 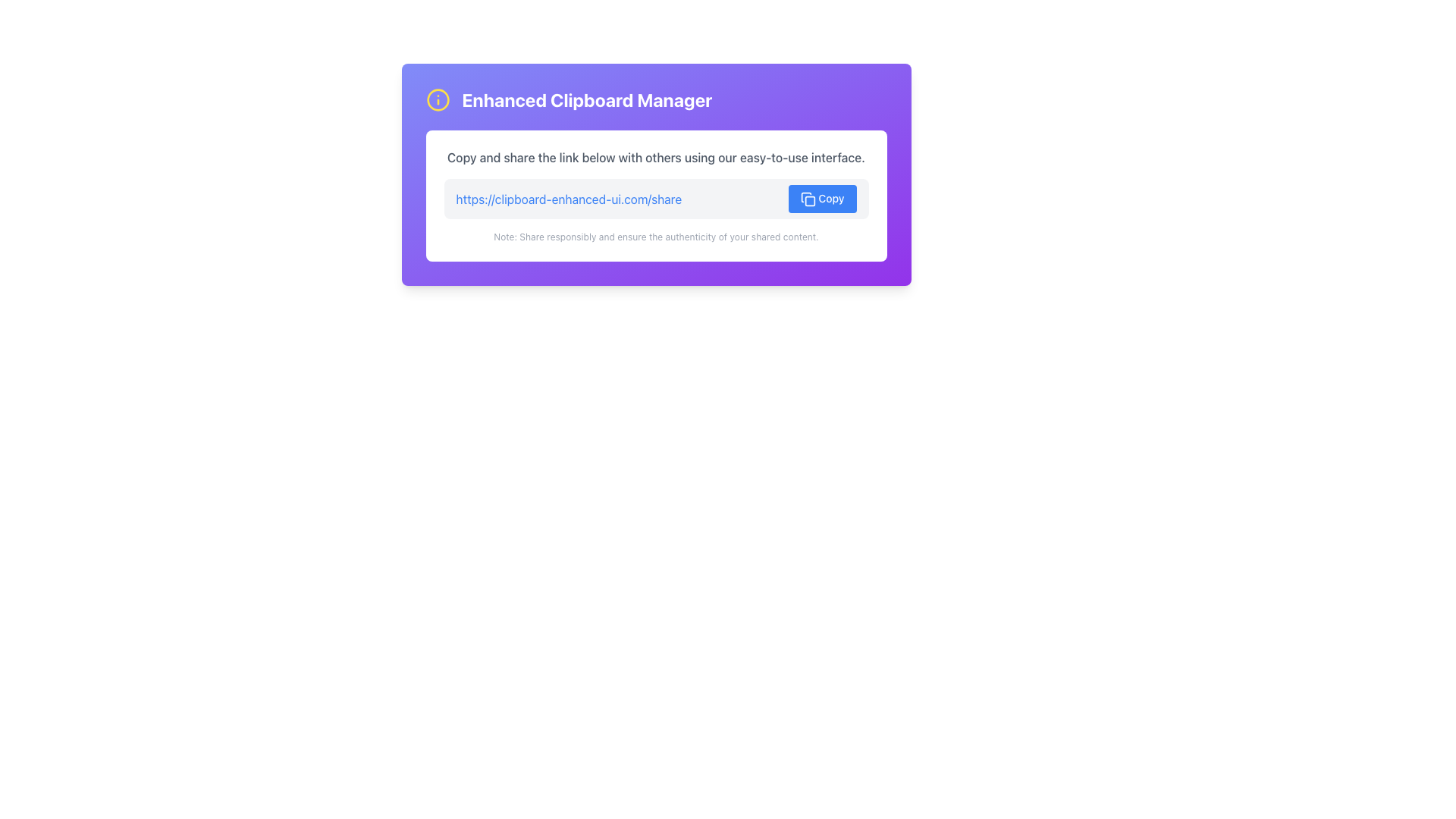 I want to click on the text label that serves as a title or heading for the displayed interface component, located slightly to the right of the center of the interface region, so click(x=586, y=99).